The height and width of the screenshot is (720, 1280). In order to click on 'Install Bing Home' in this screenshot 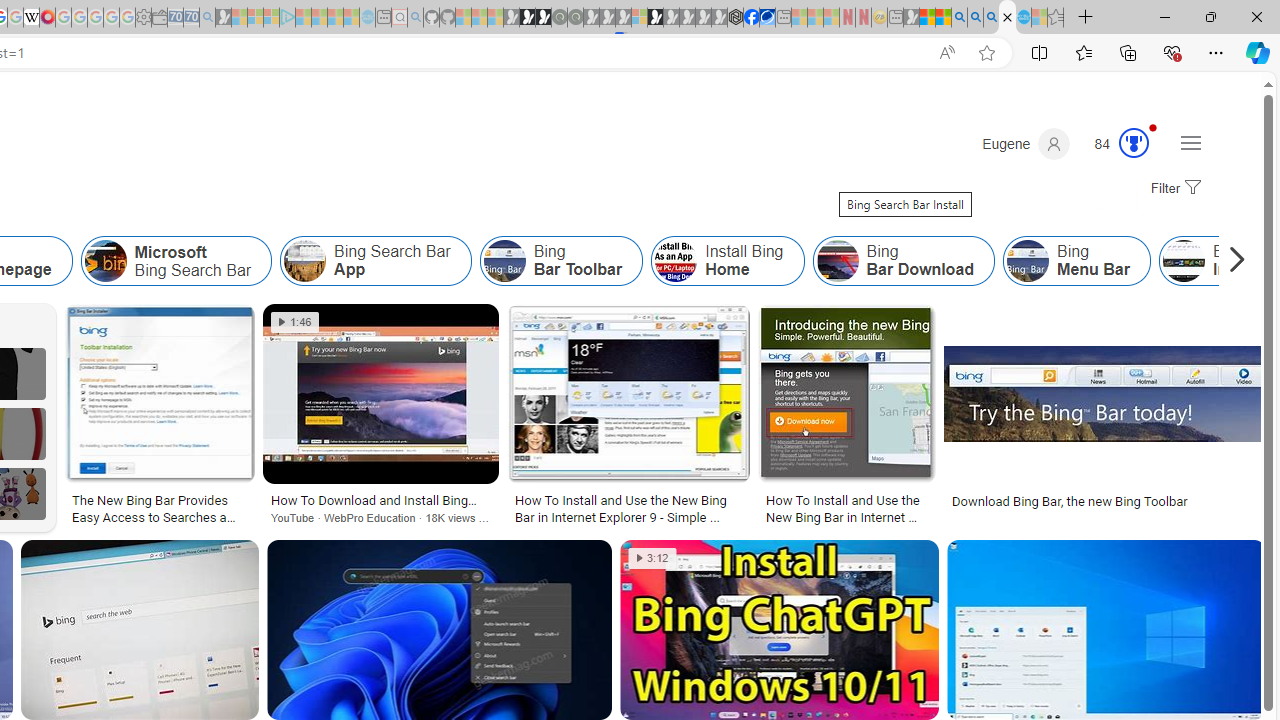, I will do `click(676, 260)`.